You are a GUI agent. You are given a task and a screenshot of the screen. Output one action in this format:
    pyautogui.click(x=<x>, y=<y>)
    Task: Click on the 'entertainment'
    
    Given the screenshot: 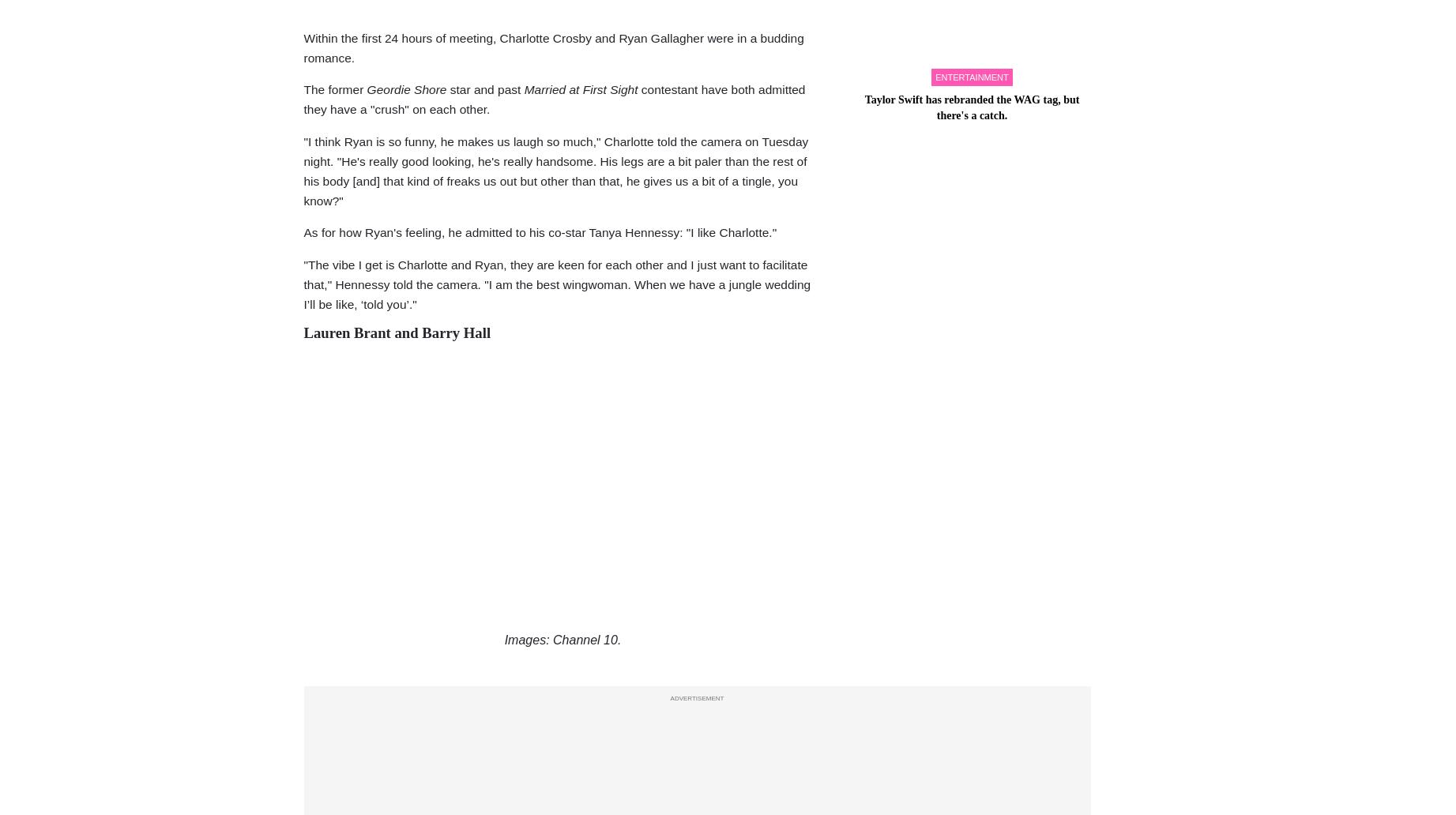 What is the action you would take?
    pyautogui.click(x=972, y=77)
    